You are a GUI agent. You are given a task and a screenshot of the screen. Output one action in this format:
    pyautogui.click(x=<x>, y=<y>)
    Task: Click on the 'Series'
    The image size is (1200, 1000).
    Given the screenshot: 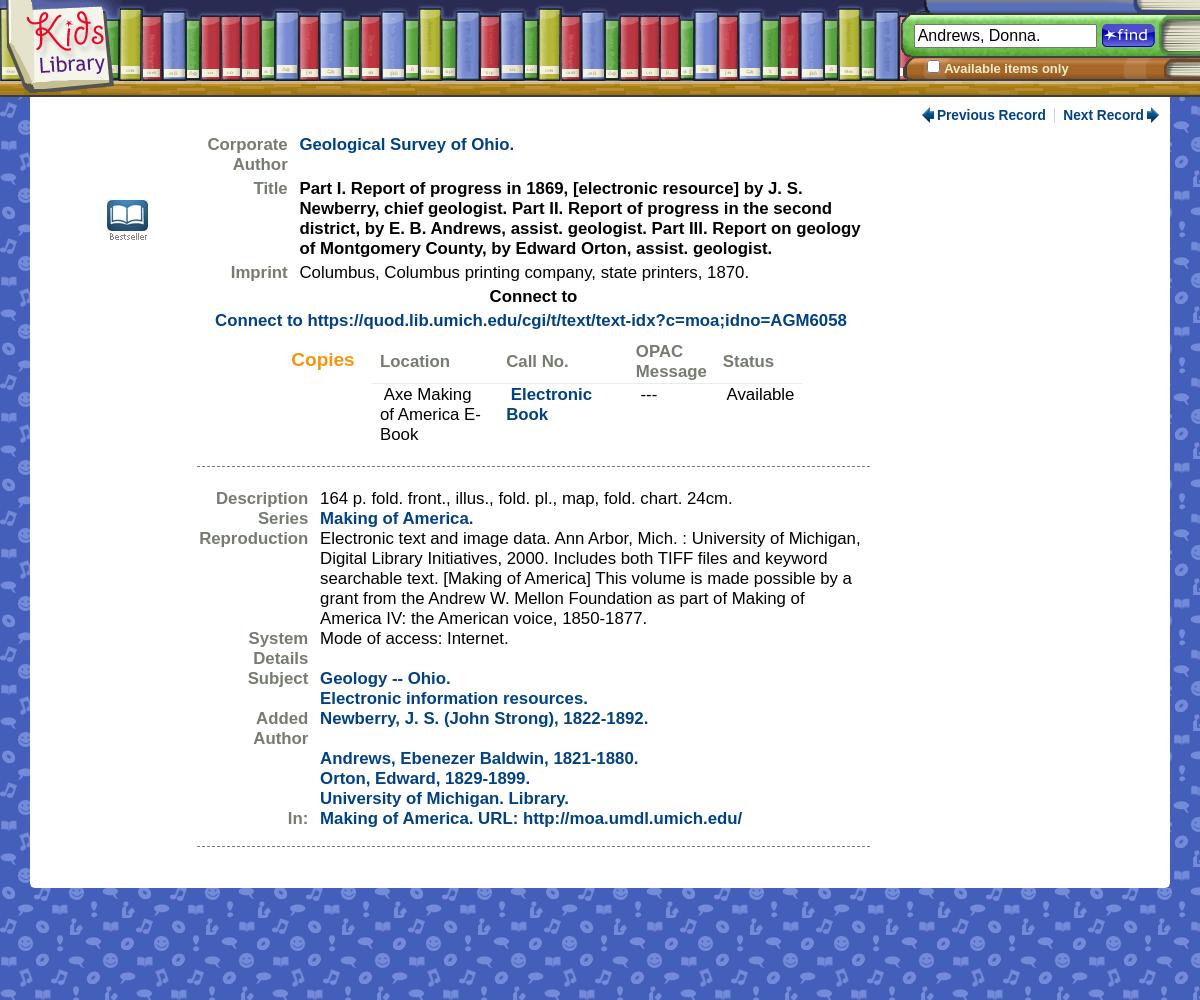 What is the action you would take?
    pyautogui.click(x=281, y=518)
    